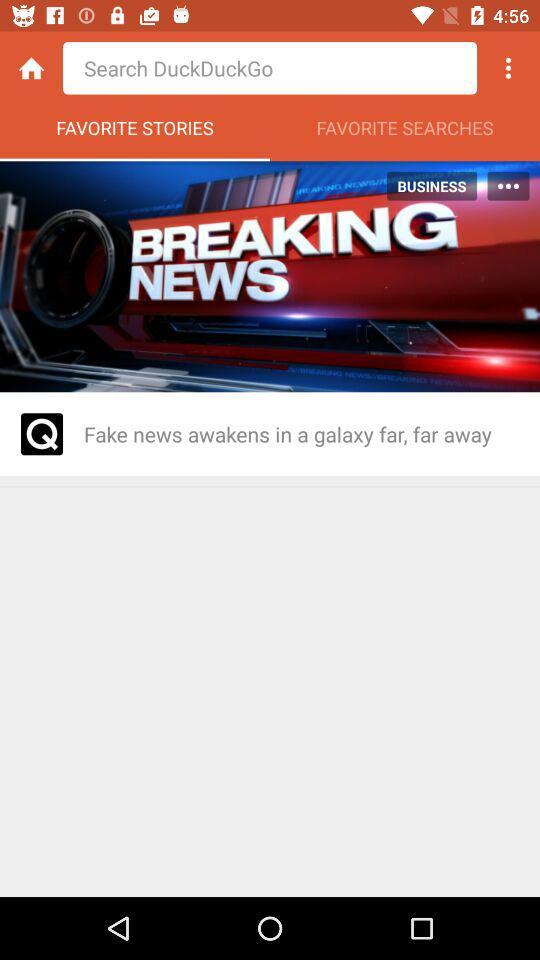  I want to click on the favorite stories item, so click(135, 132).